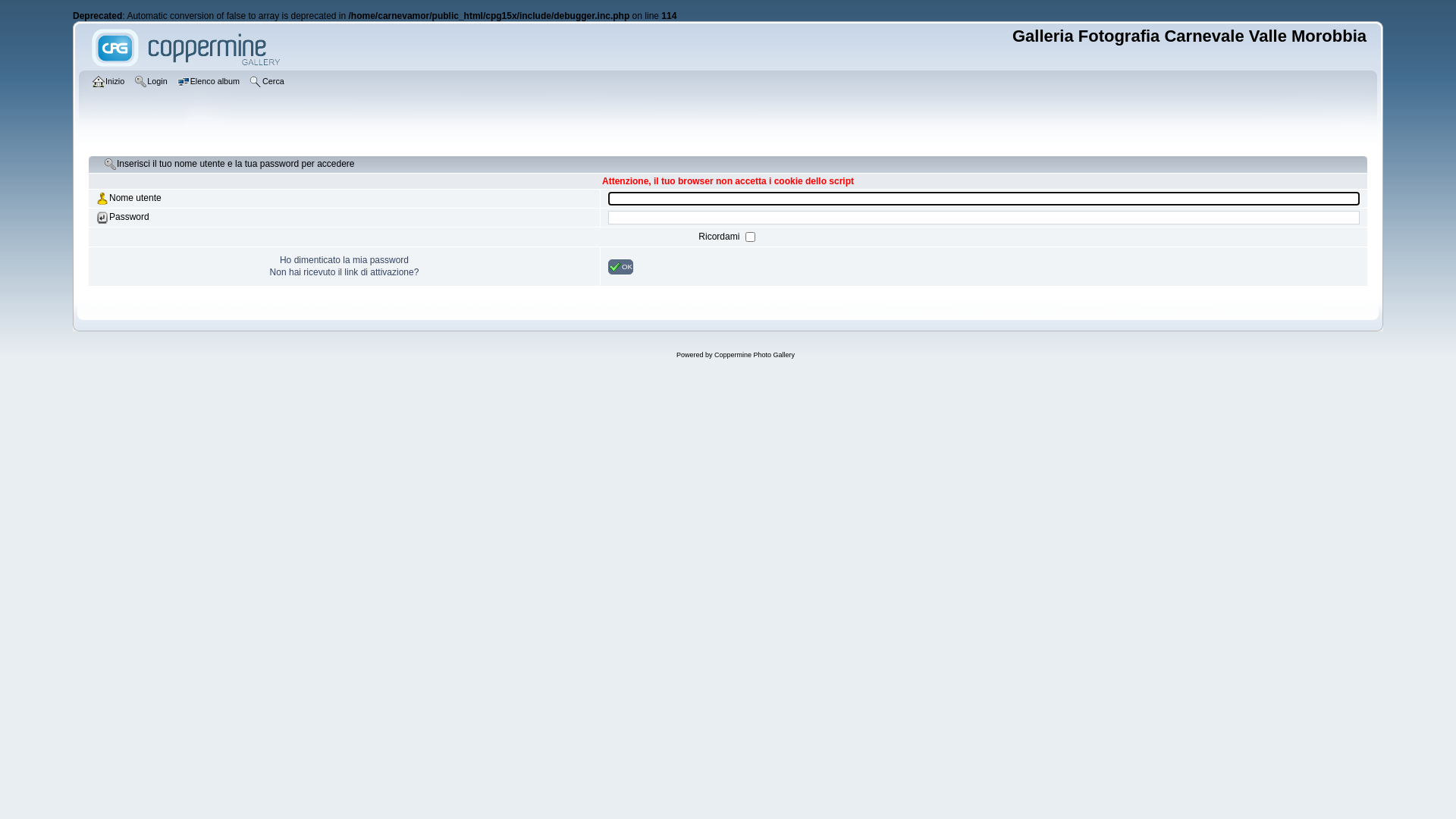 The image size is (1456, 819). What do you see at coordinates (152, 82) in the screenshot?
I see `'Login'` at bounding box center [152, 82].